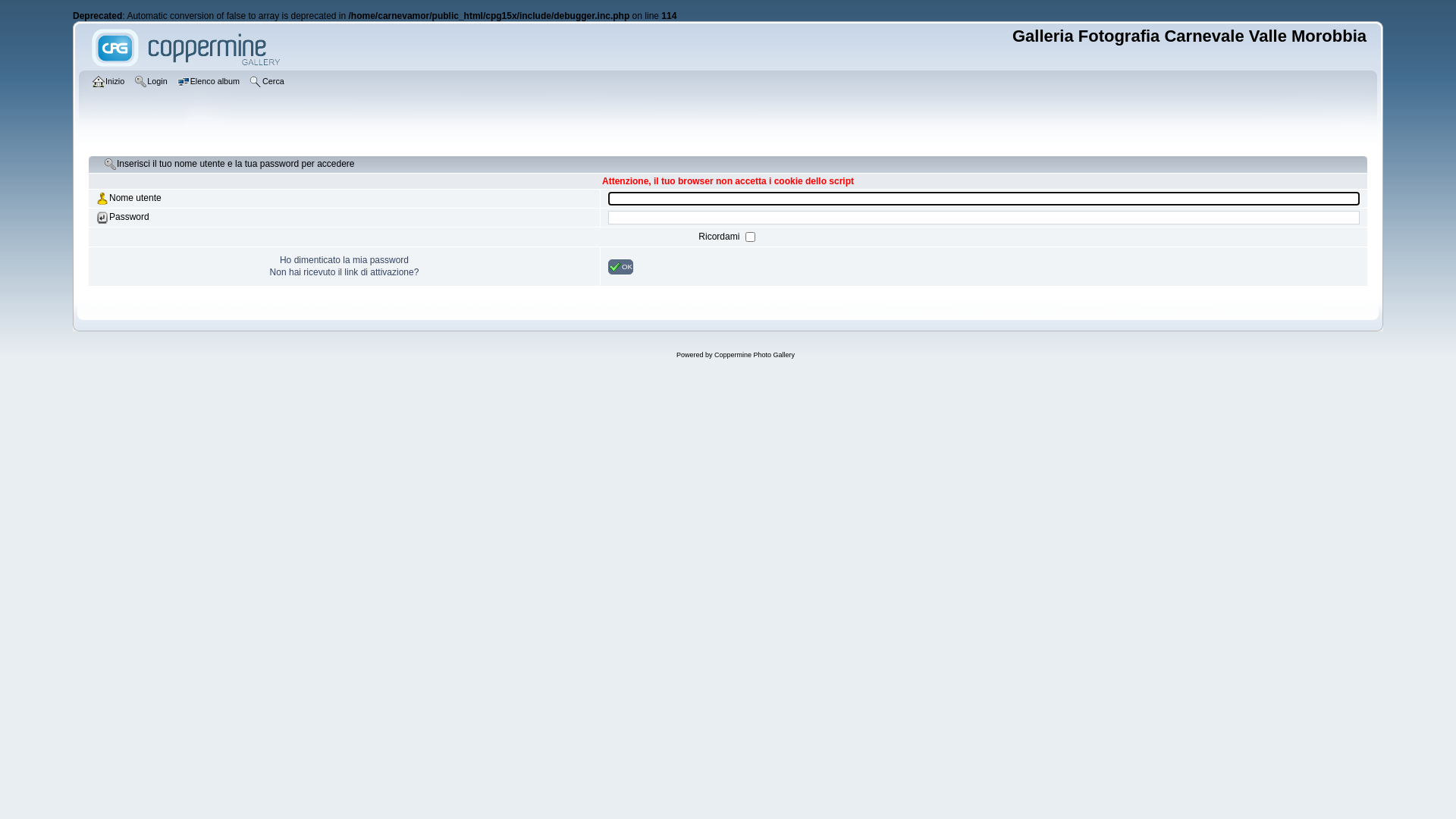 The image size is (1456, 819). What do you see at coordinates (152, 82) in the screenshot?
I see `'Login'` at bounding box center [152, 82].